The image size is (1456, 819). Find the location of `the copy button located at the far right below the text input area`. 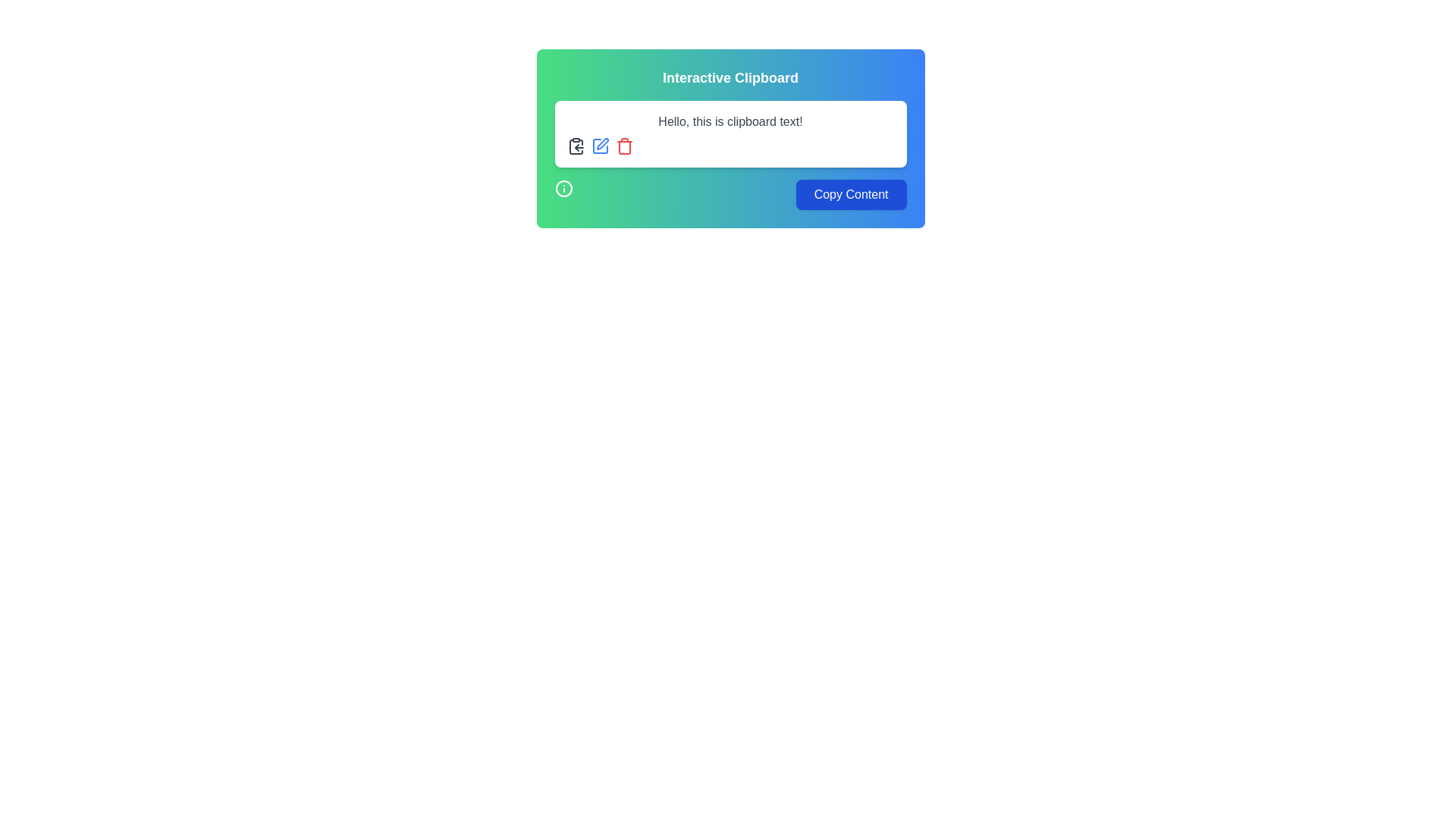

the copy button located at the far right below the text input area is located at coordinates (851, 194).